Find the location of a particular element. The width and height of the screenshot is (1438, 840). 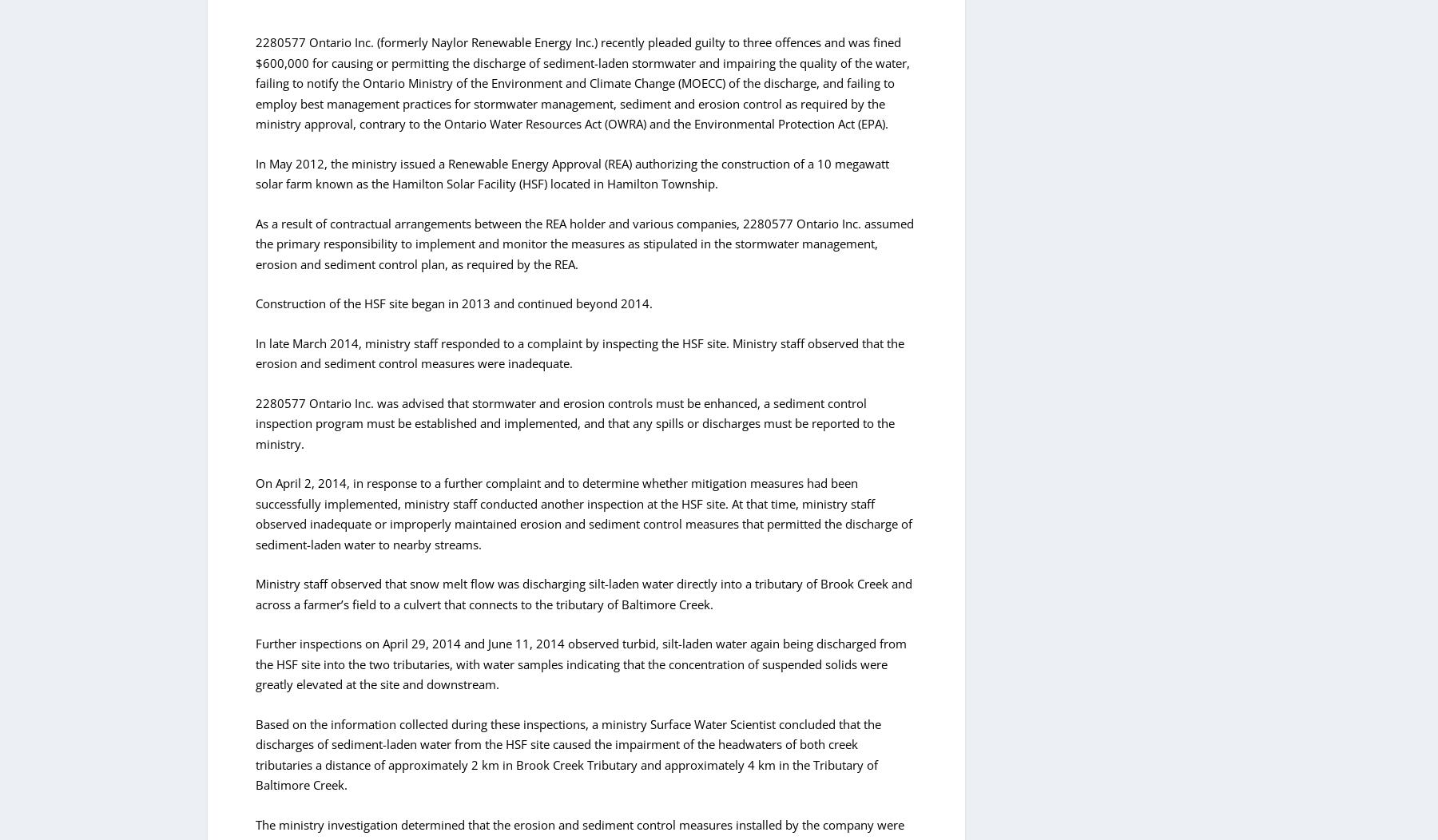

'Further inspections on April 29, 2014 and June 11, 2014 observed turbid, silt-laden water again being discharged from the HSF site into the two tributaries, with water samples indicating that the concentration of suspended solids were greatly elevated at the site and downstream.' is located at coordinates (580, 664).